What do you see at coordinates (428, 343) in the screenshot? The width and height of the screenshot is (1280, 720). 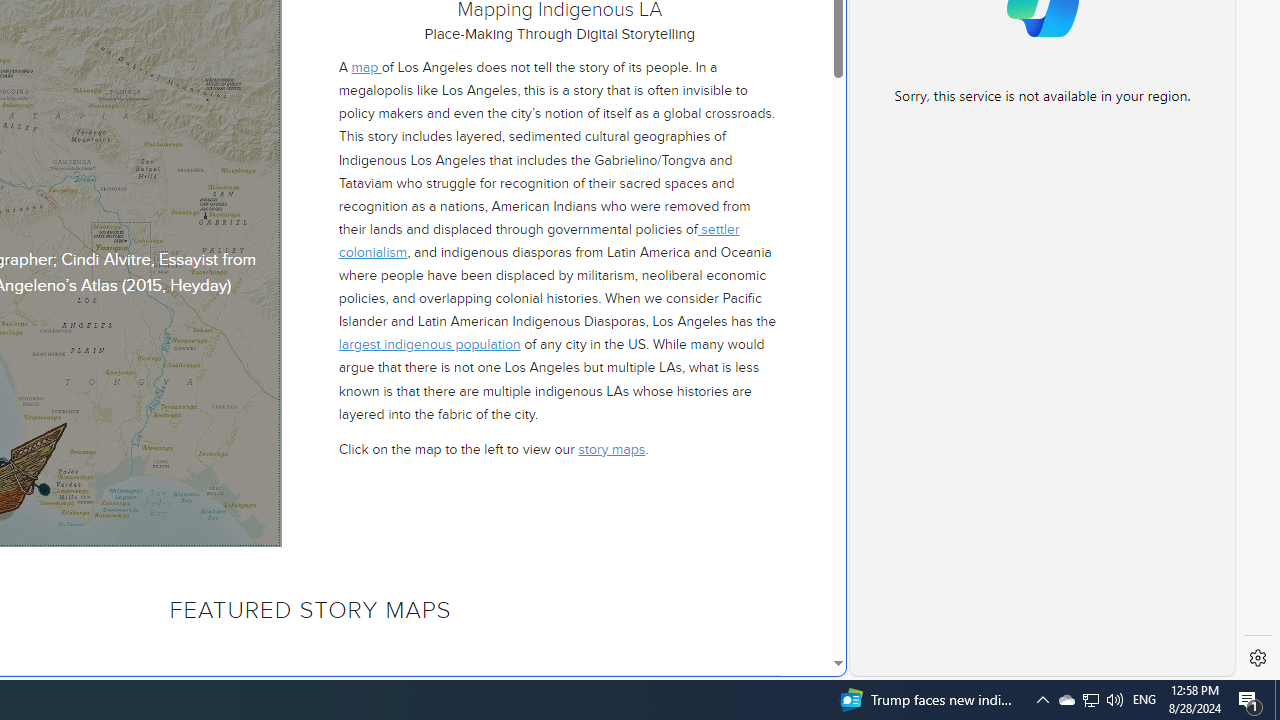 I see `'largest indigenous population'` at bounding box center [428, 343].